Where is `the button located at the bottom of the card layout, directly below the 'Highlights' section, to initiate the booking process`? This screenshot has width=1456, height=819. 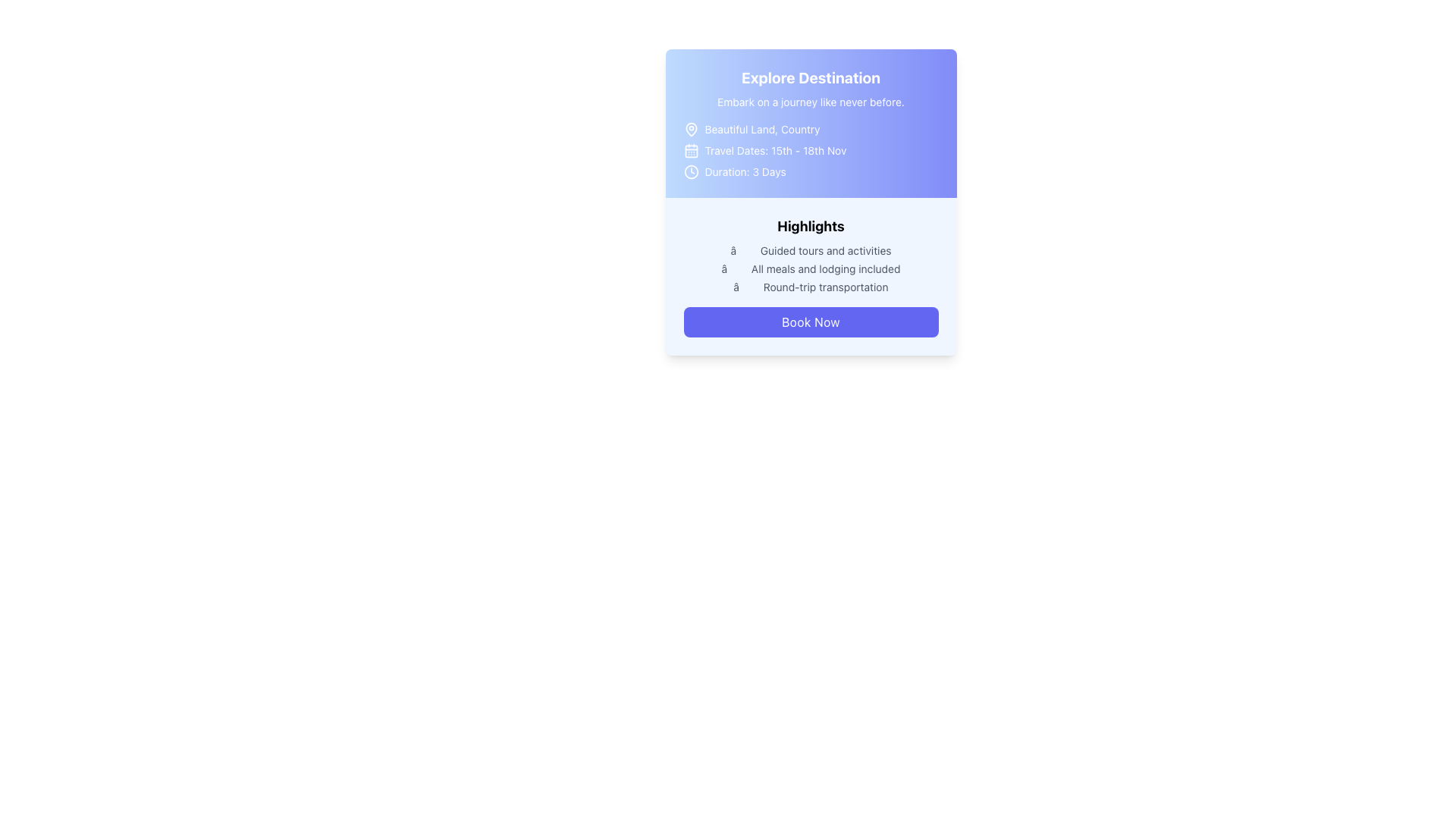
the button located at the bottom of the card layout, directly below the 'Highlights' section, to initiate the booking process is located at coordinates (810, 321).